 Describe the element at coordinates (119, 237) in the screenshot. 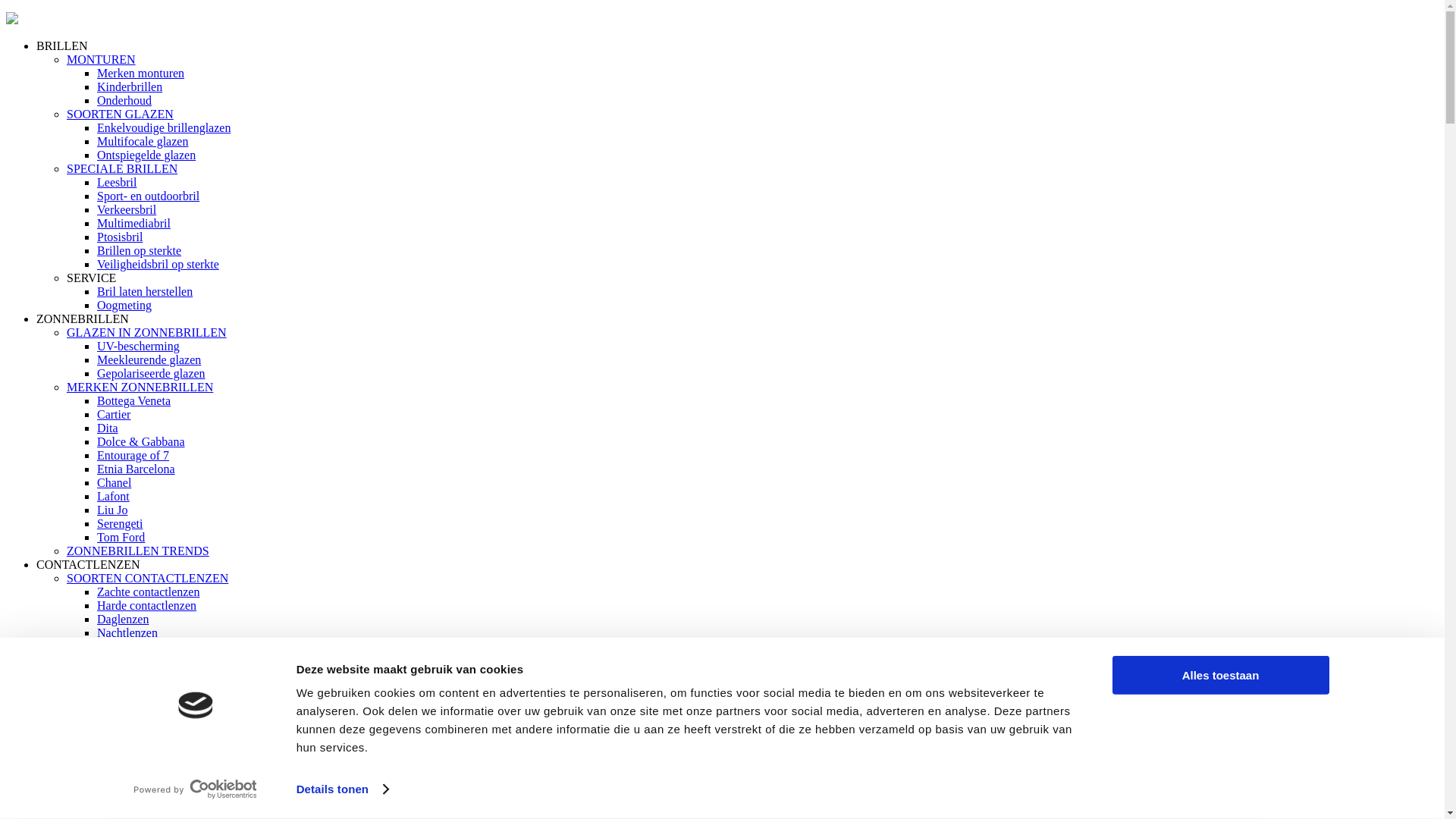

I see `'Ptosisbril'` at that location.